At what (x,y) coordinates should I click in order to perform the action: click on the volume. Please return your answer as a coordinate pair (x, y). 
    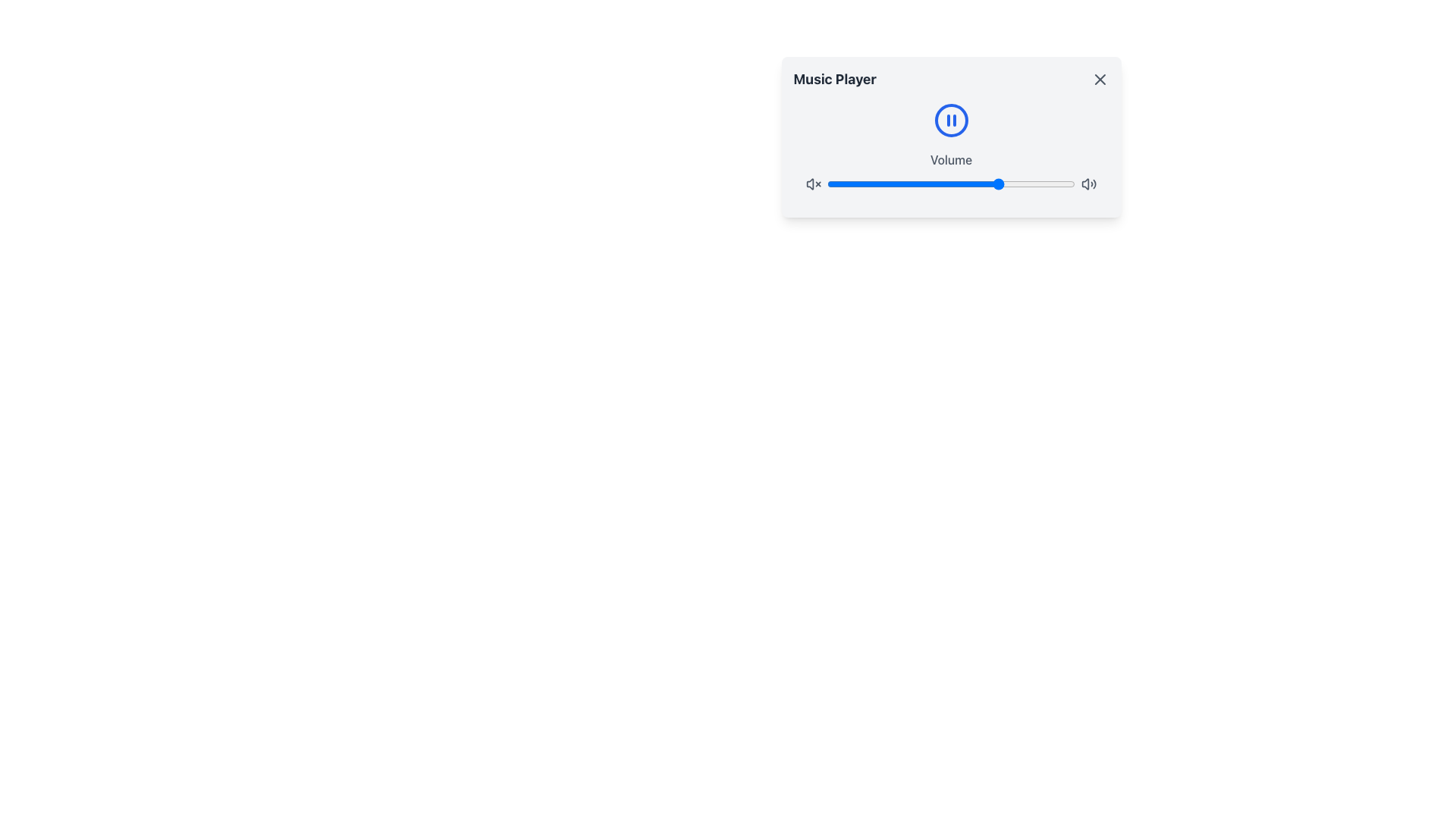
    Looking at the image, I should click on (955, 184).